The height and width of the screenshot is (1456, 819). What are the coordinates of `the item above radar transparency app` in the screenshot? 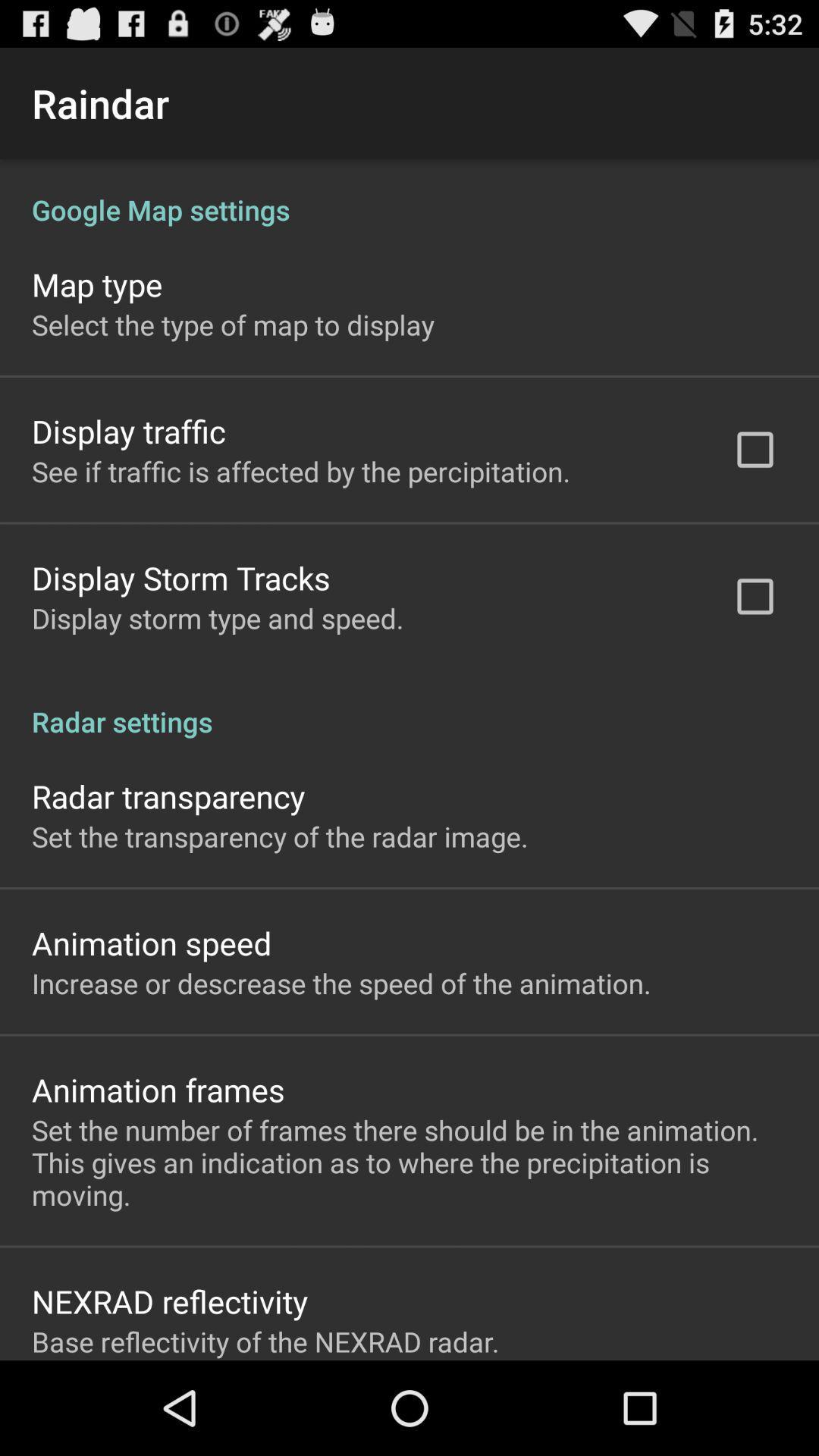 It's located at (409, 704).